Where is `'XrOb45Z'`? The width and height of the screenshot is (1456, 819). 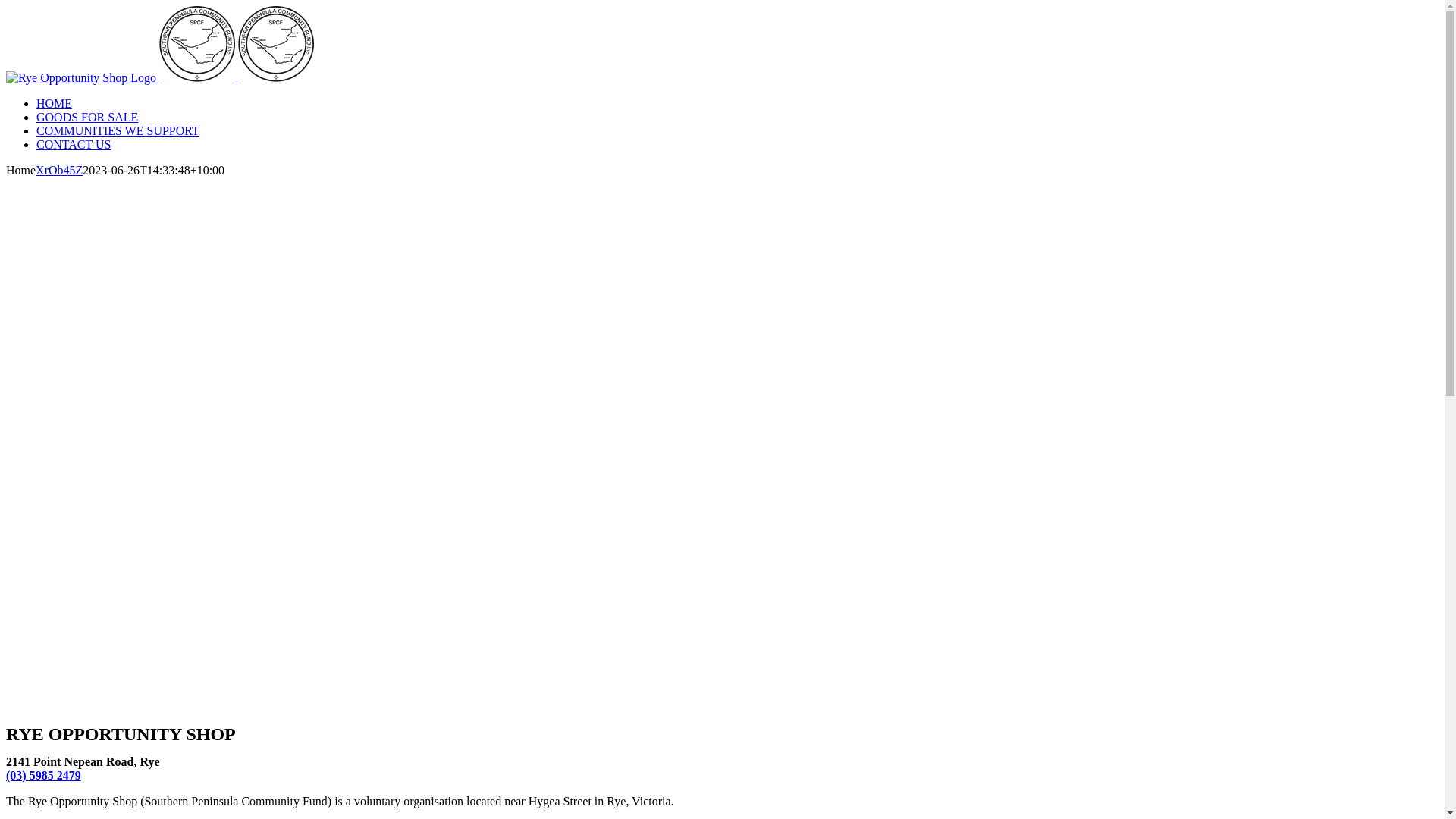 'XrOb45Z' is located at coordinates (58, 170).